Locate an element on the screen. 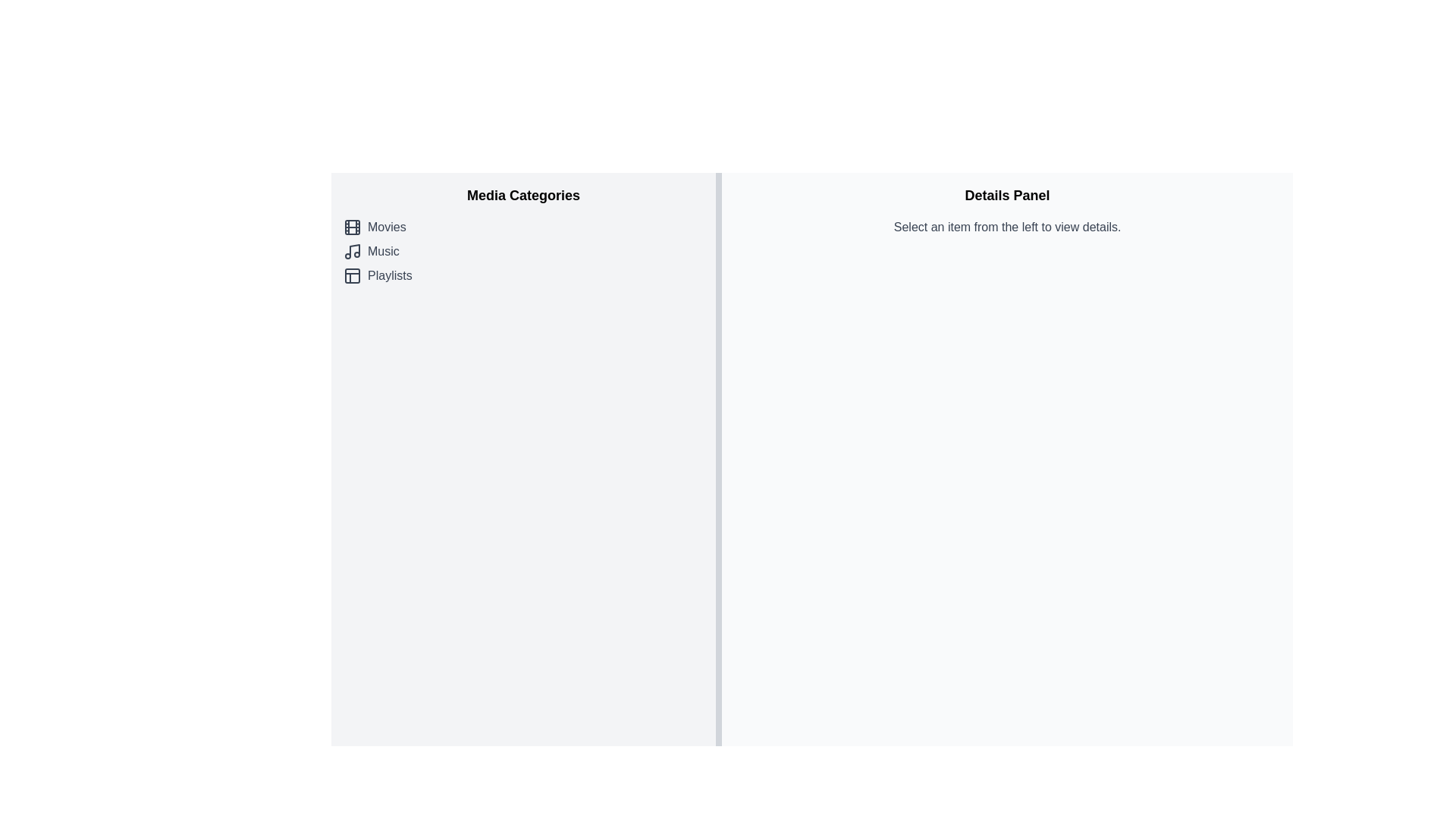  the 'Movies' category label in the media categories list, which is the first text item under the 'Media Categories' section on the left-hand panel is located at coordinates (387, 227).